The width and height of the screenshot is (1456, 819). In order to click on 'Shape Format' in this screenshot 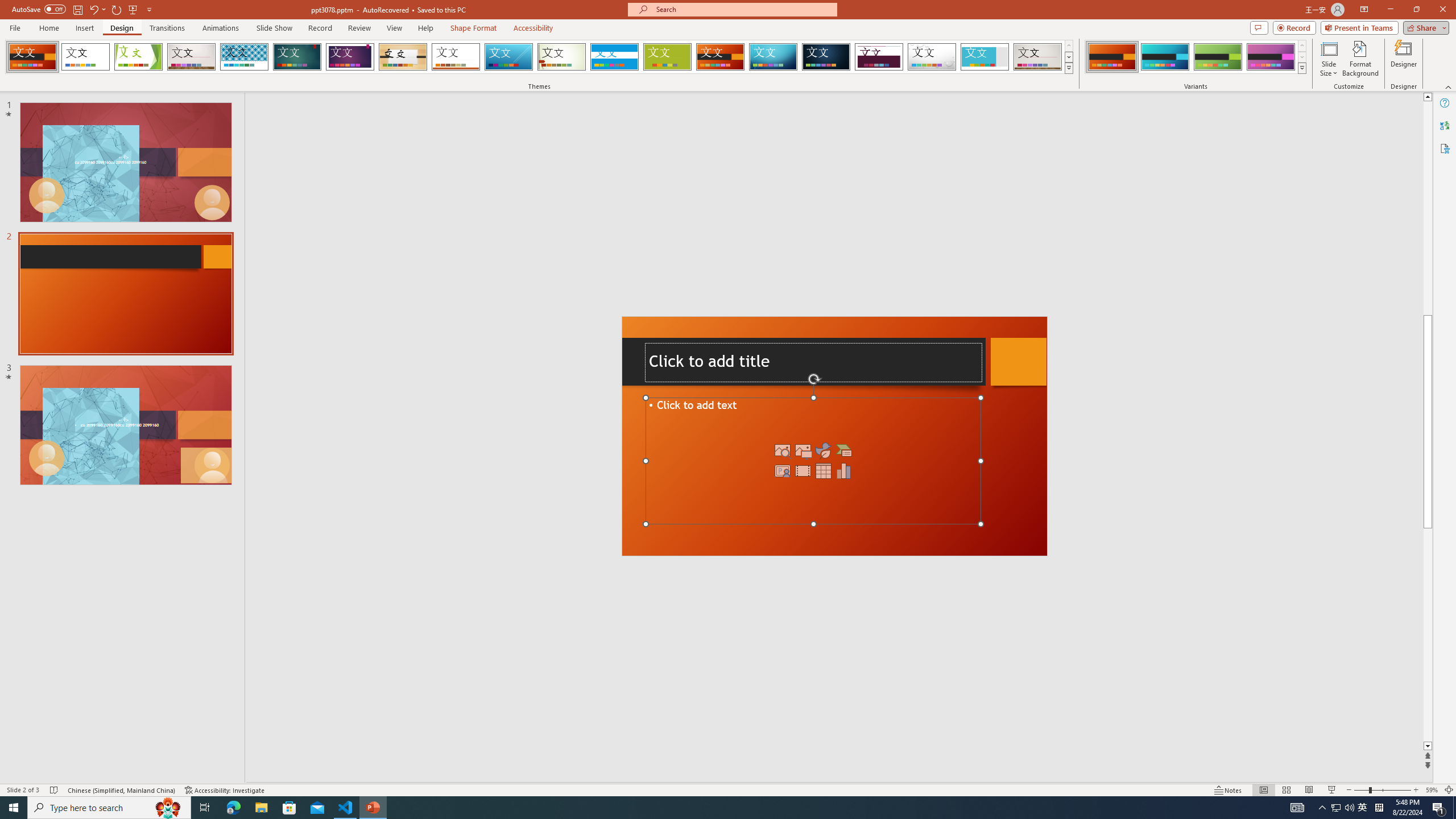, I will do `click(473, 28)`.